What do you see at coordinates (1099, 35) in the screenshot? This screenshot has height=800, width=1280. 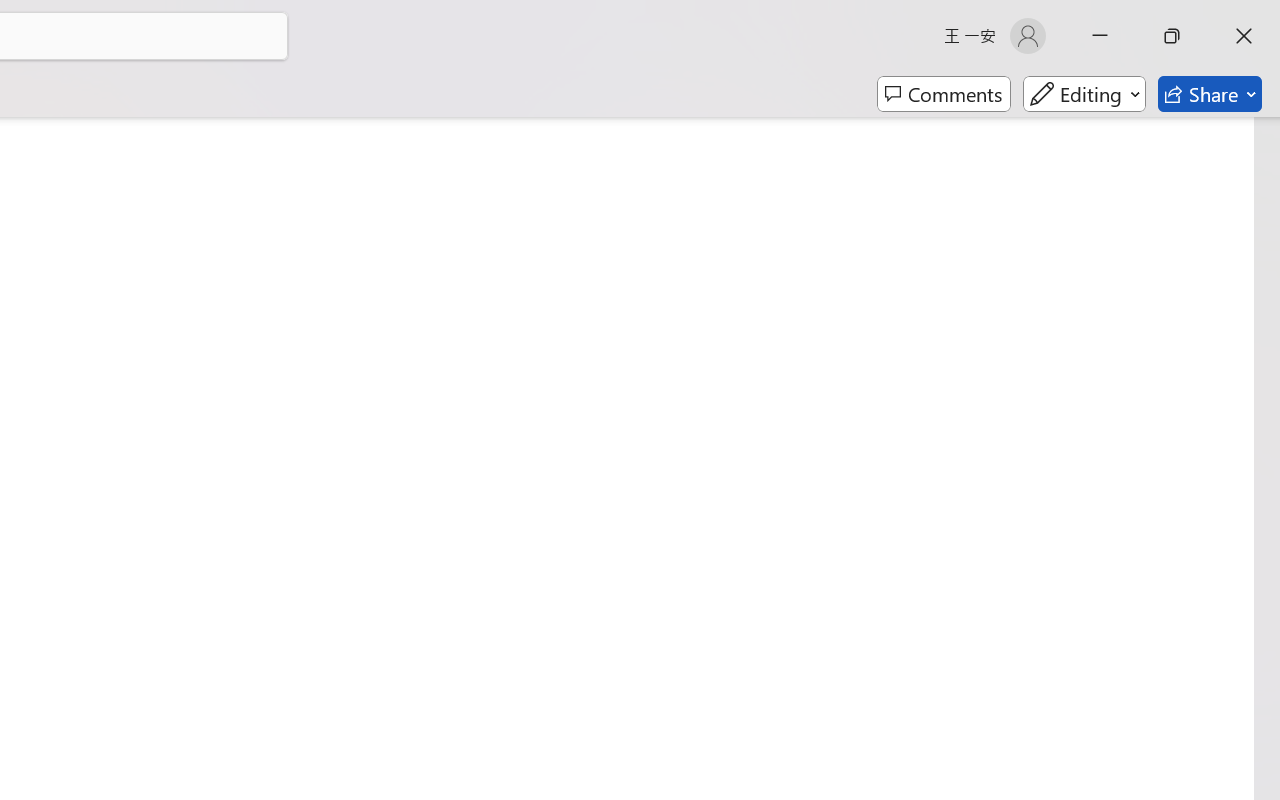 I see `'Minimize'` at bounding box center [1099, 35].